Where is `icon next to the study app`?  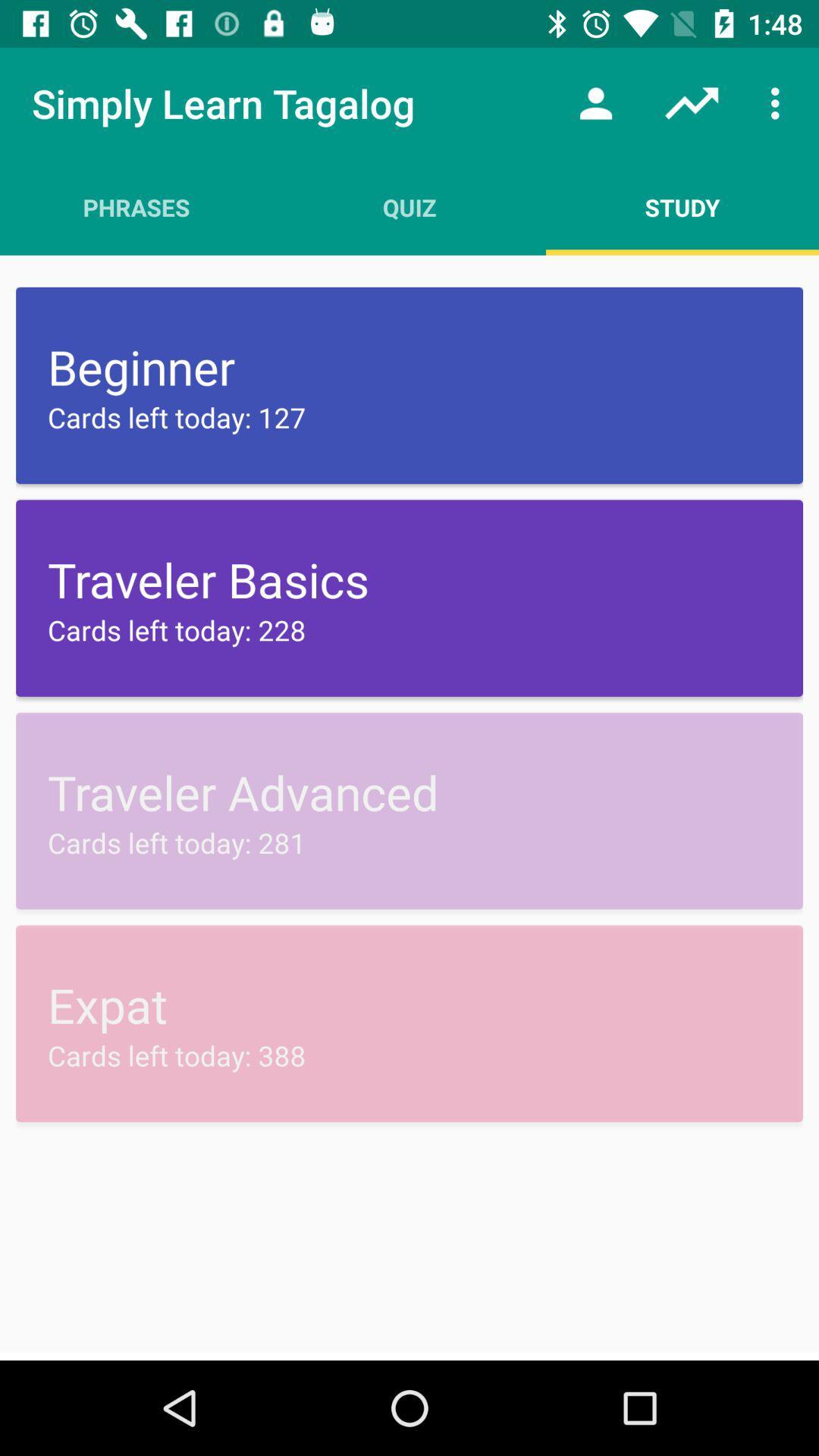
icon next to the study app is located at coordinates (409, 206).